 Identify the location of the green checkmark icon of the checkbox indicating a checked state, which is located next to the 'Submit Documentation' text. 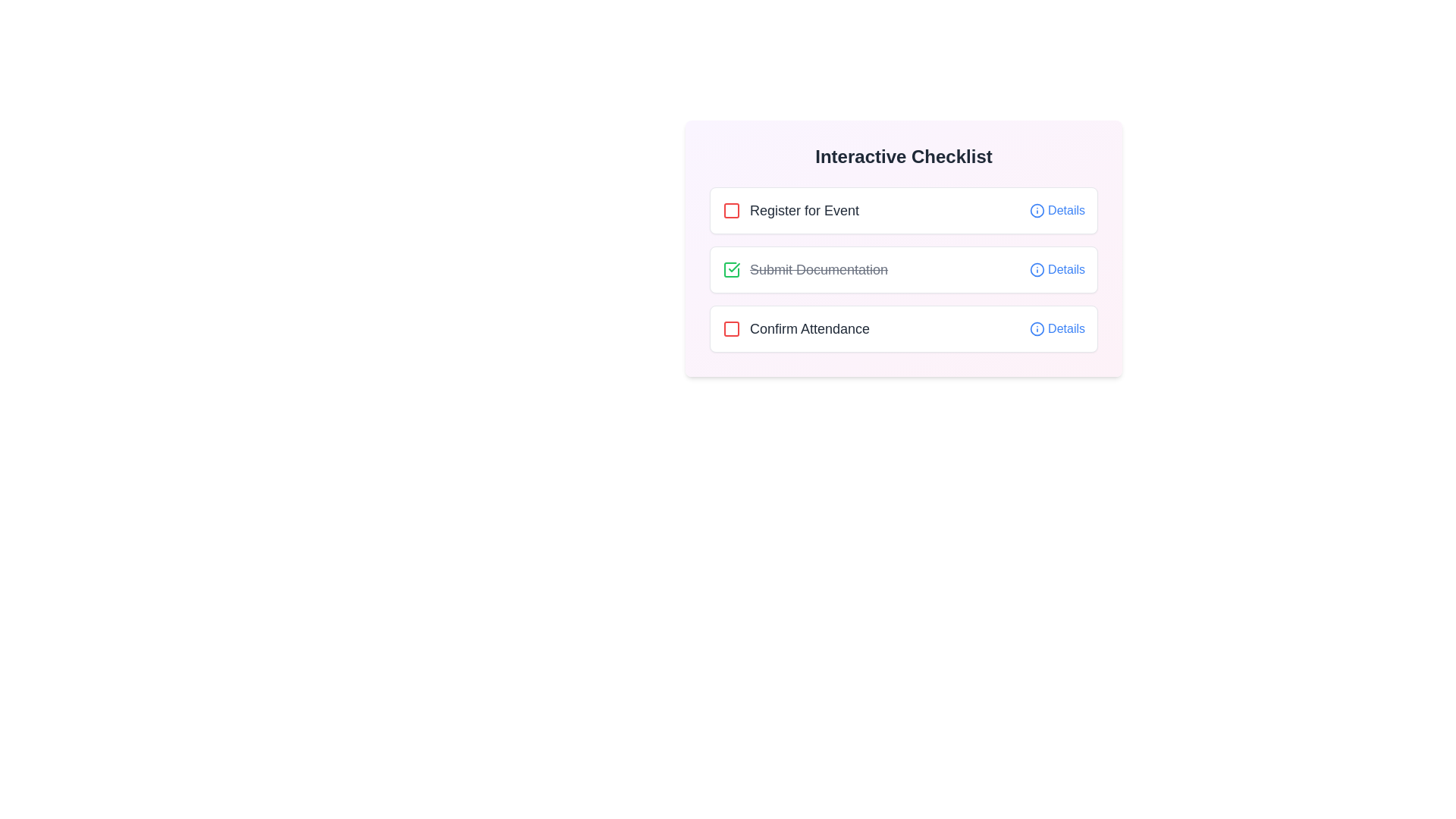
(731, 268).